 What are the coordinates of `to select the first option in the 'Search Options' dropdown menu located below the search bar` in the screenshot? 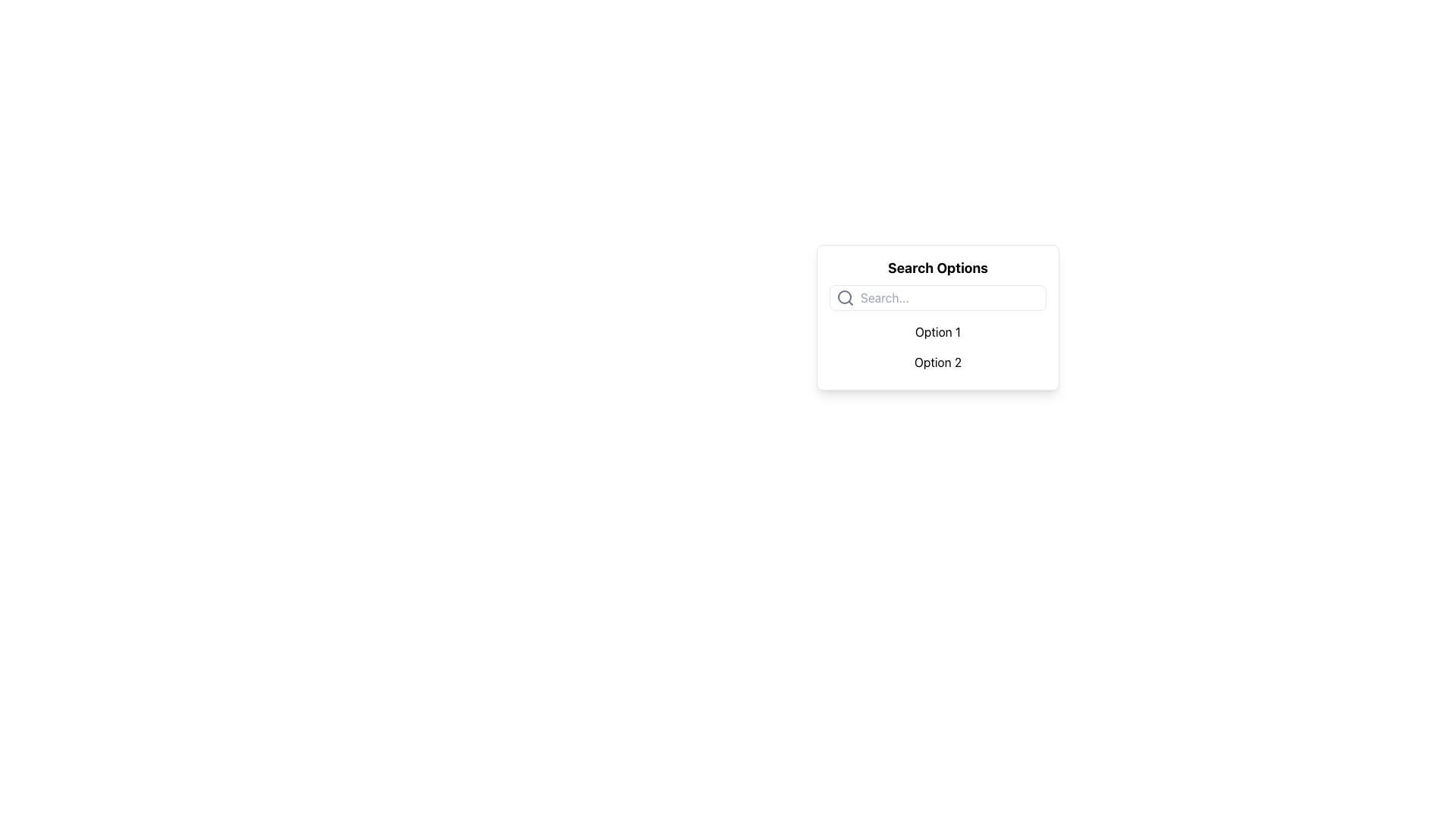 It's located at (937, 331).